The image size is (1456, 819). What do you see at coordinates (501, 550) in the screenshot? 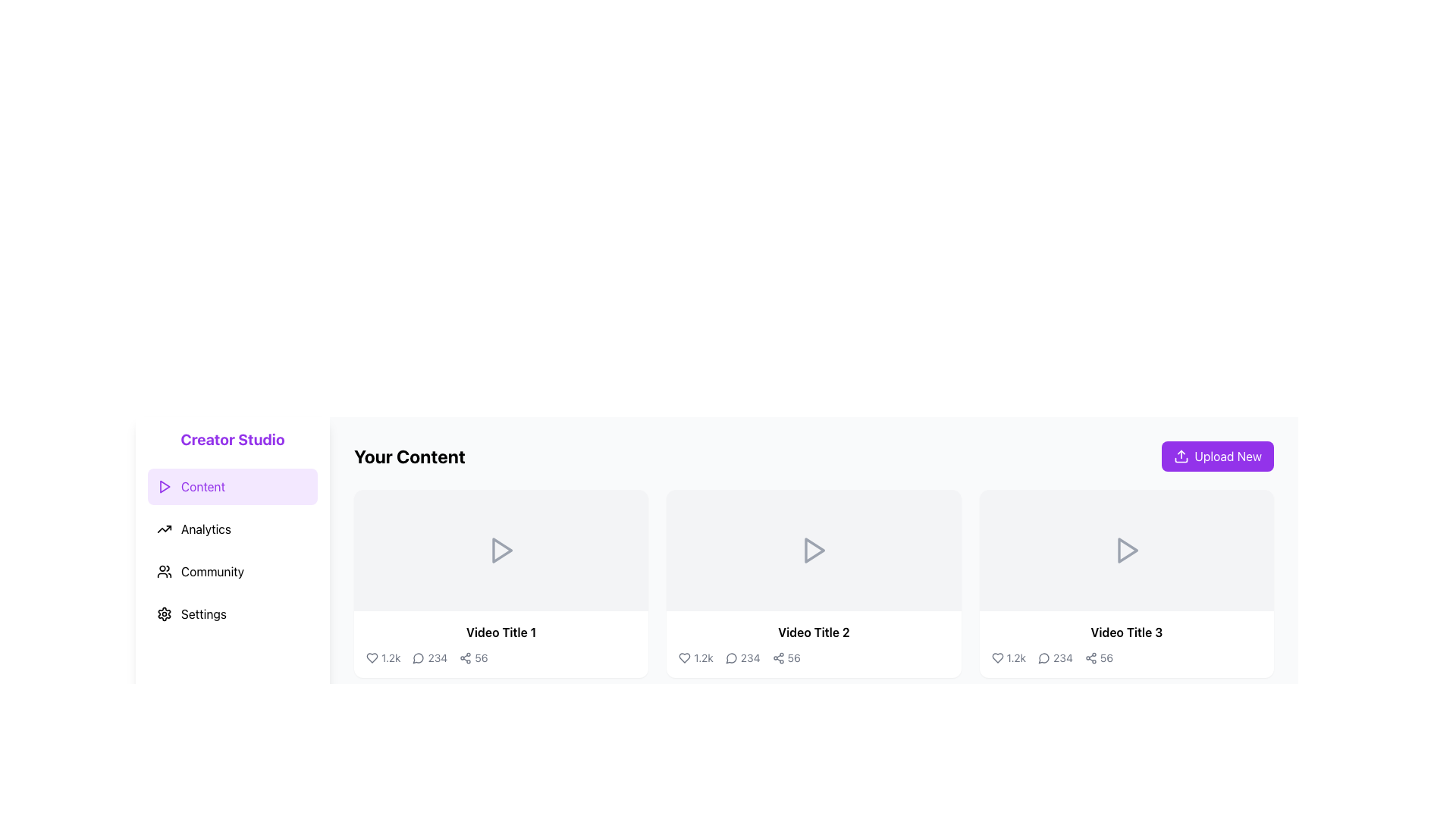
I see `the play icon in the first content card labeled 'Video Title 1'` at bounding box center [501, 550].